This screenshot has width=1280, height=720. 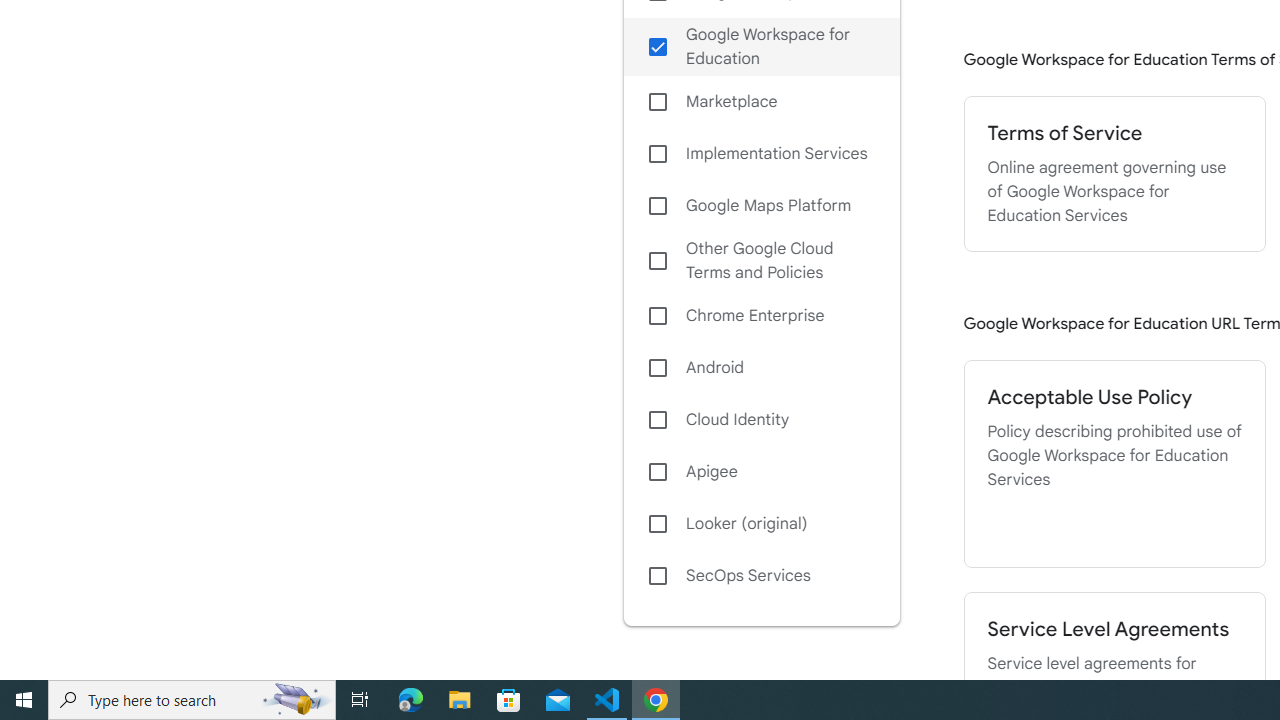 What do you see at coordinates (760, 418) in the screenshot?
I see `'Cloud Identity'` at bounding box center [760, 418].